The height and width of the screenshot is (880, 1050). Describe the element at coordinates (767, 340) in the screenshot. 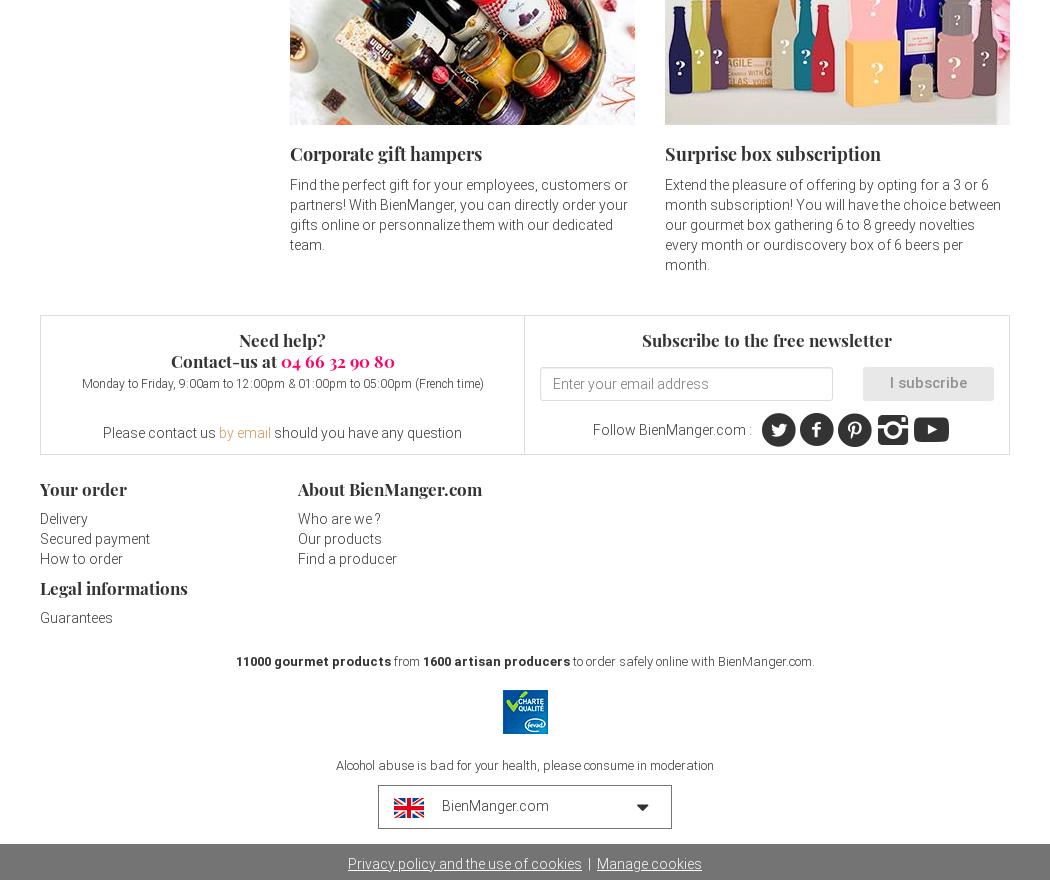

I see `'Subscribe to the free newsletter'` at that location.